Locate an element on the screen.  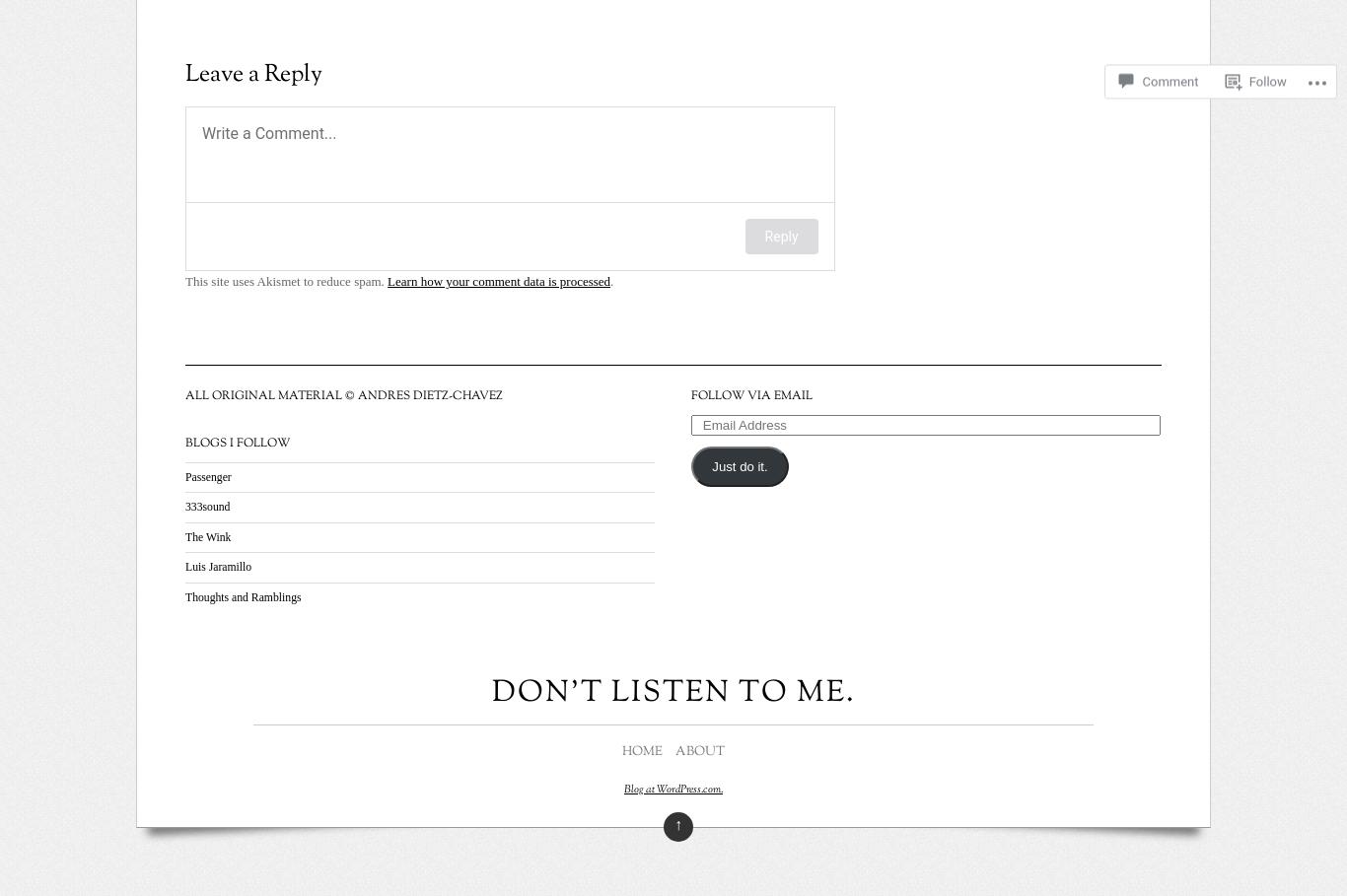
'Passenger' is located at coordinates (207, 476).